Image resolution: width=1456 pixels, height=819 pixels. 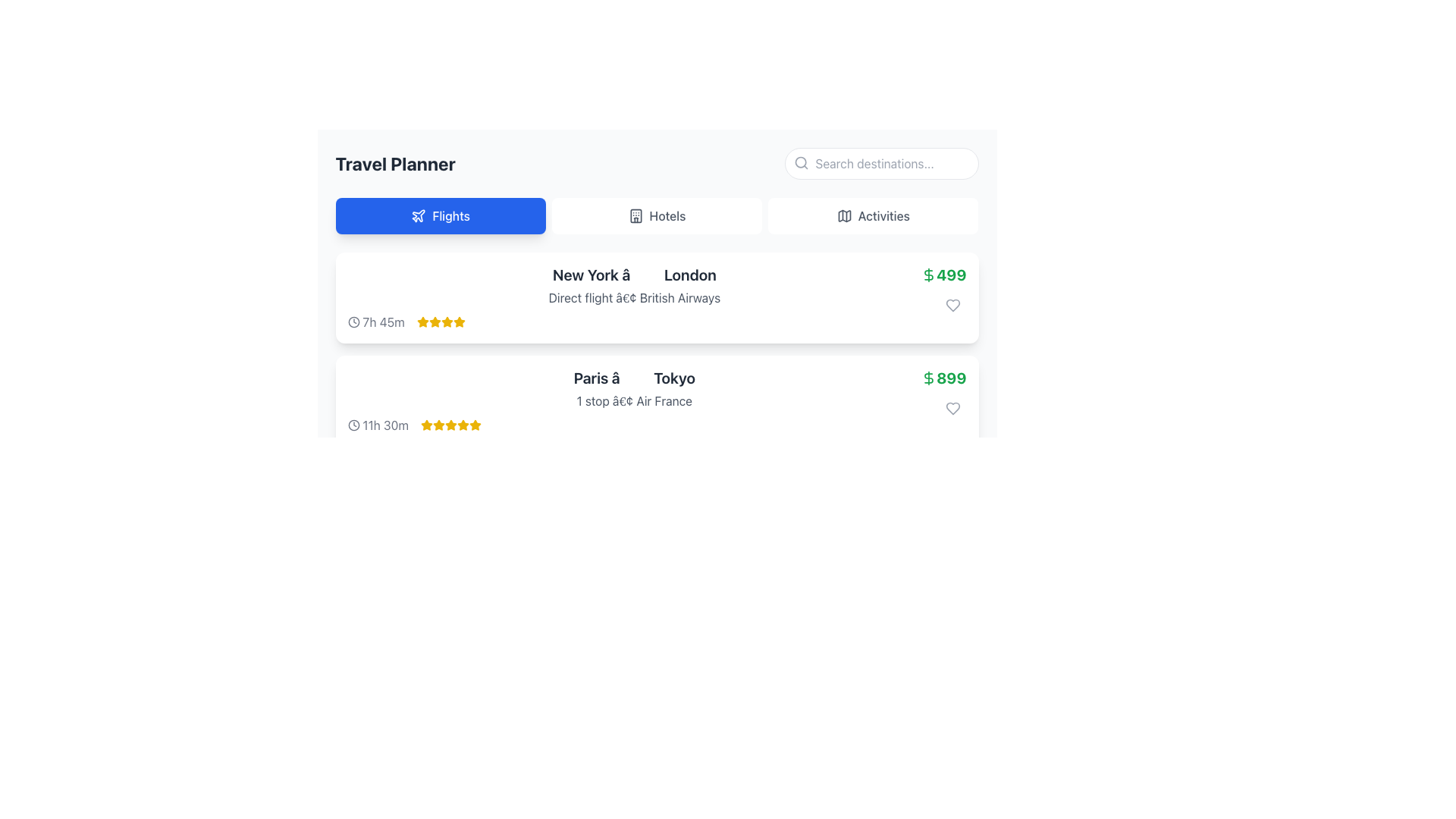 I want to click on the 'Hotels' button in the navigation bar to change its background color to light gray, so click(x=657, y=216).